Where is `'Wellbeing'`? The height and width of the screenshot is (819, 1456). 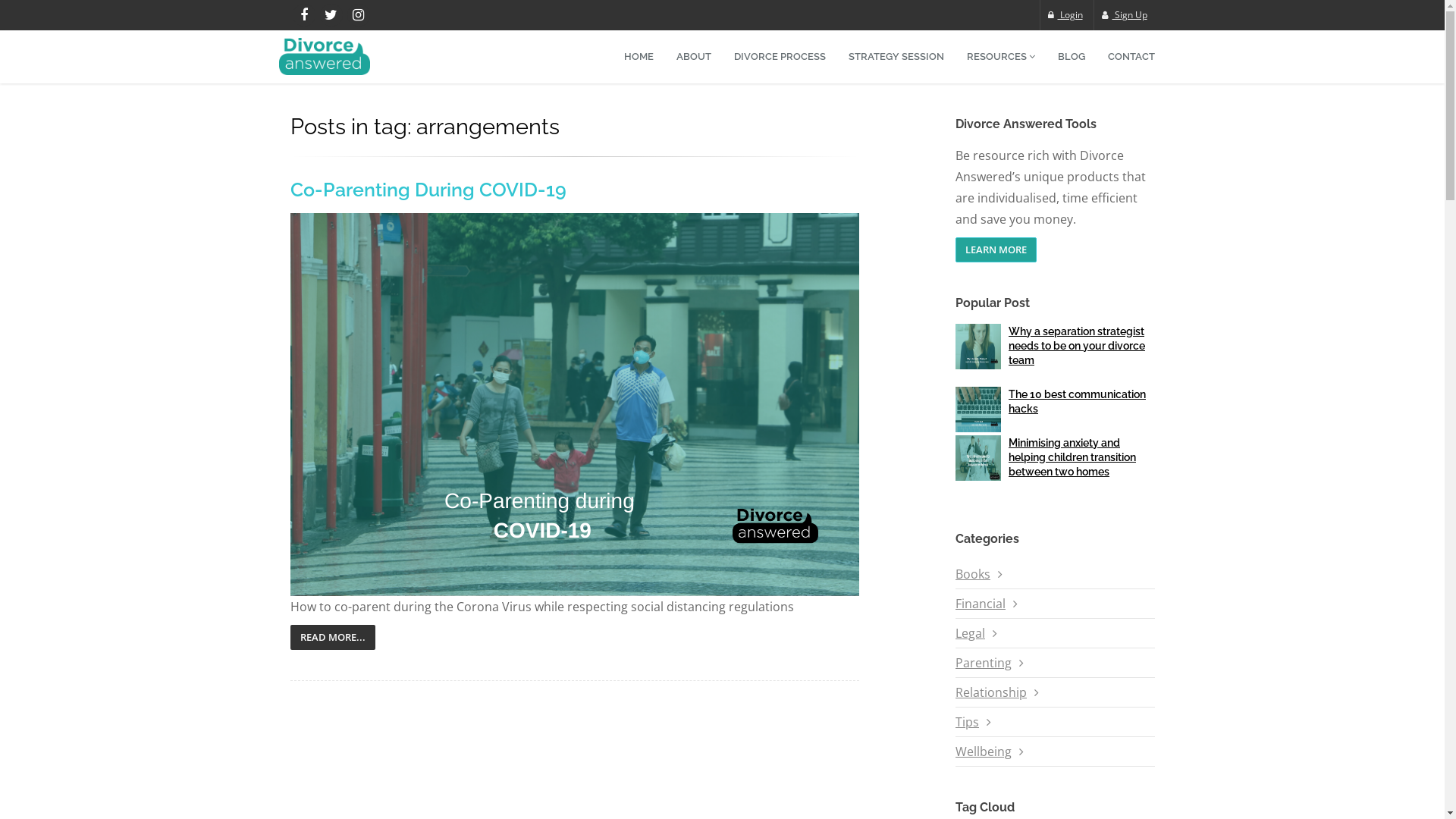 'Wellbeing' is located at coordinates (983, 752).